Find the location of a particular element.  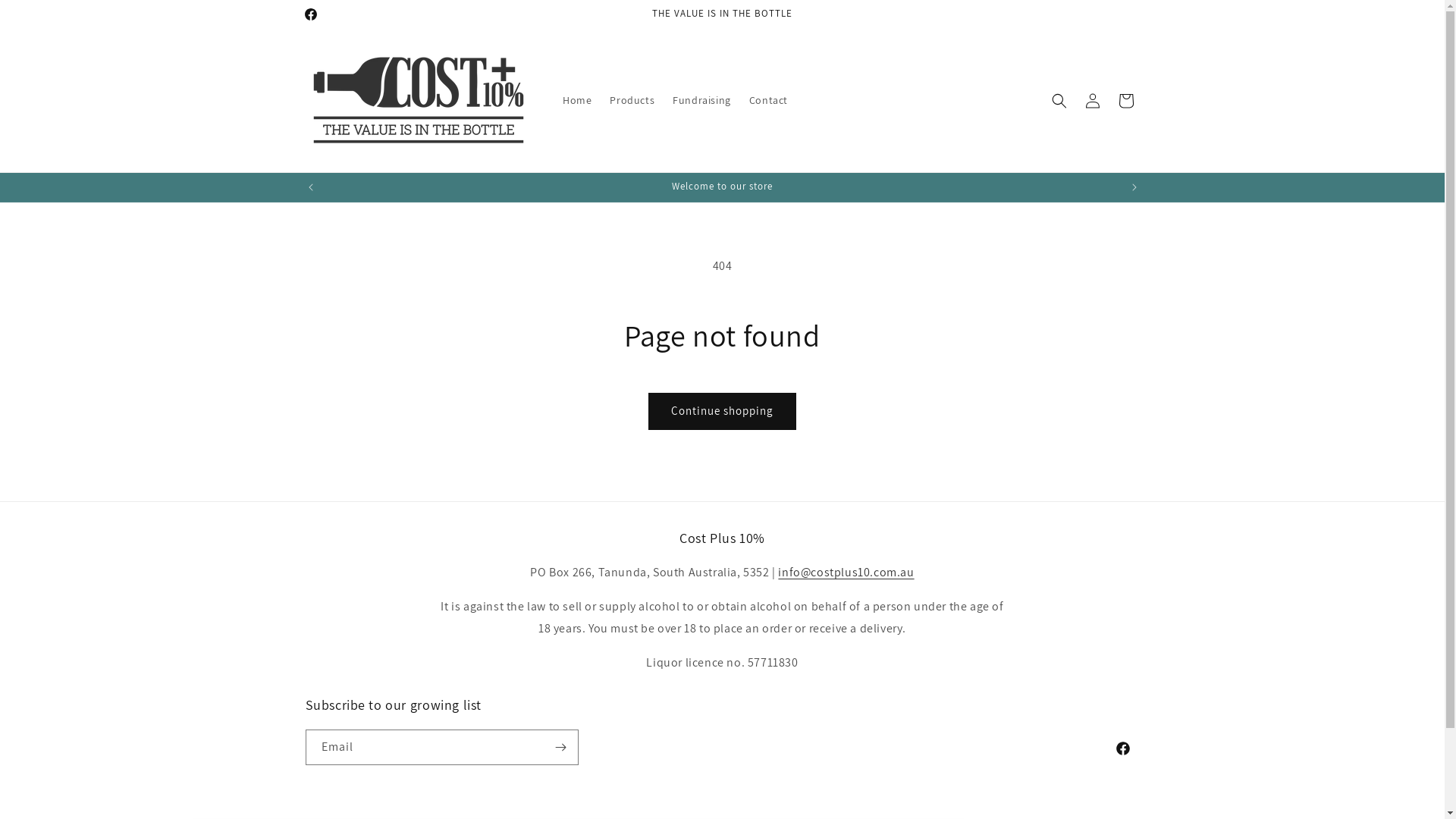

'Facebook' is located at coordinates (295, 14).